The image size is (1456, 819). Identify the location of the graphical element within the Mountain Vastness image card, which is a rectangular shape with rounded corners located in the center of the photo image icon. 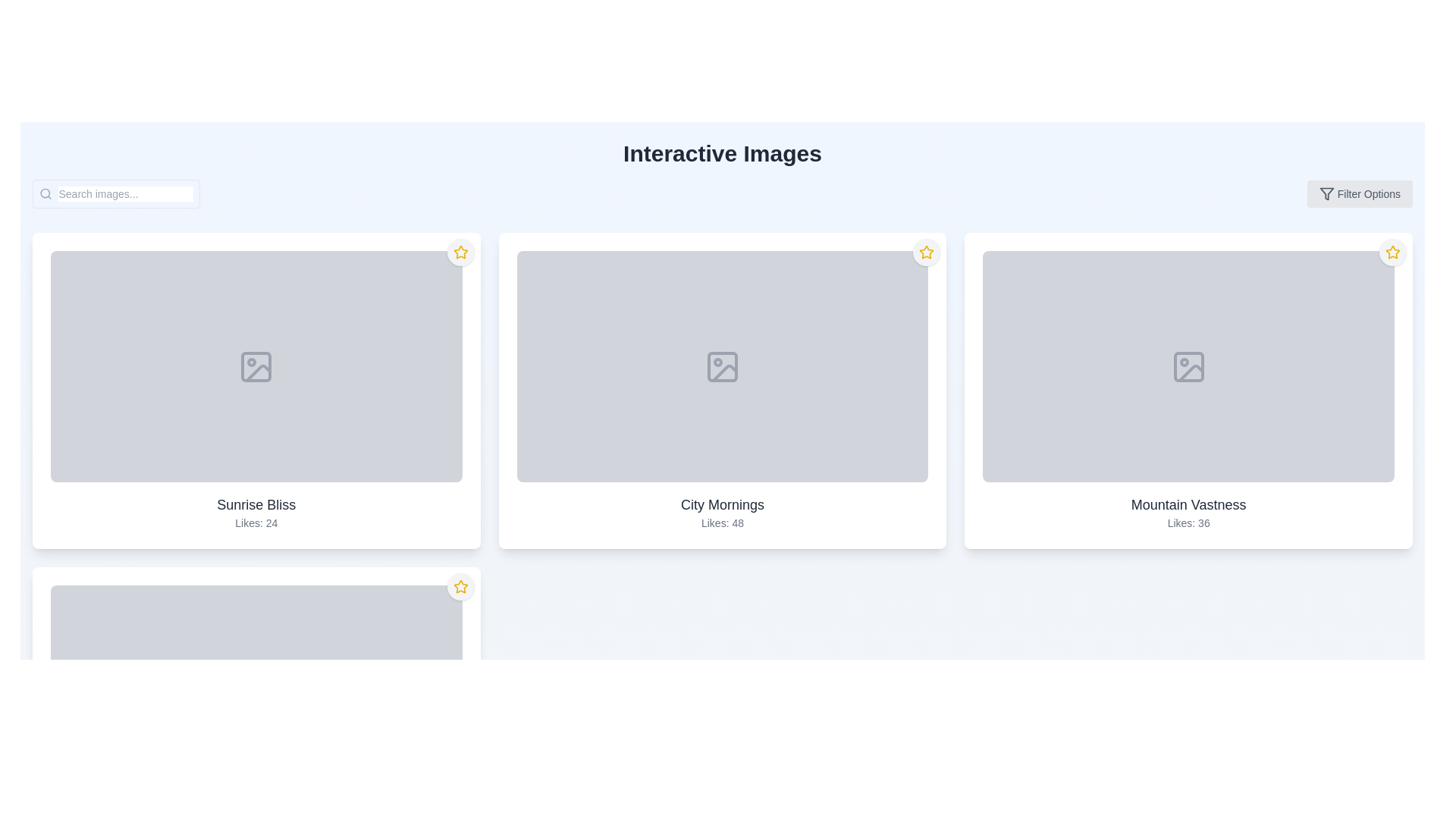
(1188, 366).